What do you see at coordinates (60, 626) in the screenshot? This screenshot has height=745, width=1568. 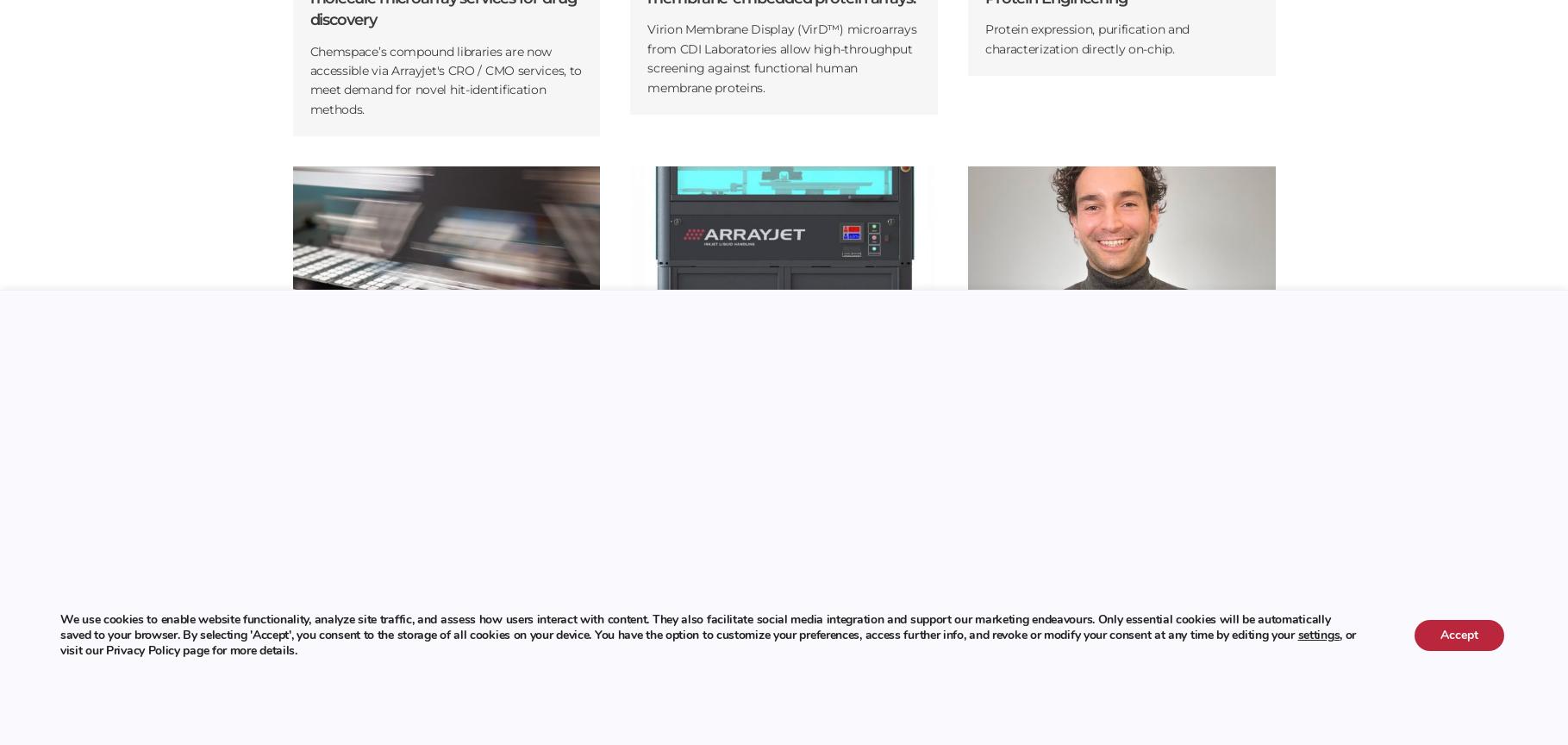 I see `'We use cookies to enable website functionality, analyze site traffic, and assess how users interact with content. They also facilitate social media integration and support our marketing endeavours. Only essential cookies will be automatically saved to your browser. By selecting 'Accept', you consent to the storage of all cookies on your device. You have the option to customize your preferences, access further info, and revoke or modify your consent at any time by editing your'` at bounding box center [60, 626].